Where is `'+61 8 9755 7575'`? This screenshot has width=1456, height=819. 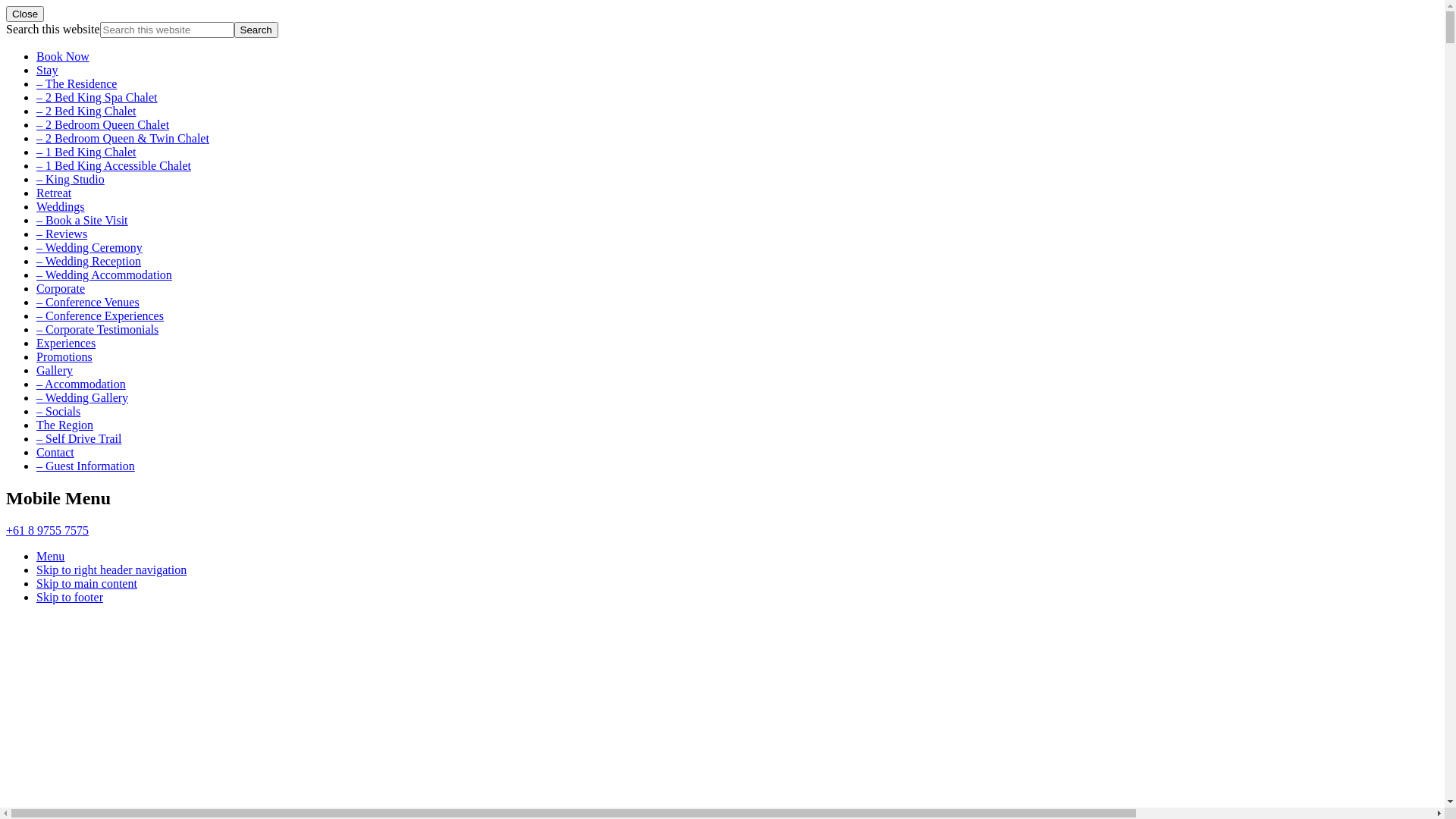 '+61 8 9755 7575' is located at coordinates (47, 529).